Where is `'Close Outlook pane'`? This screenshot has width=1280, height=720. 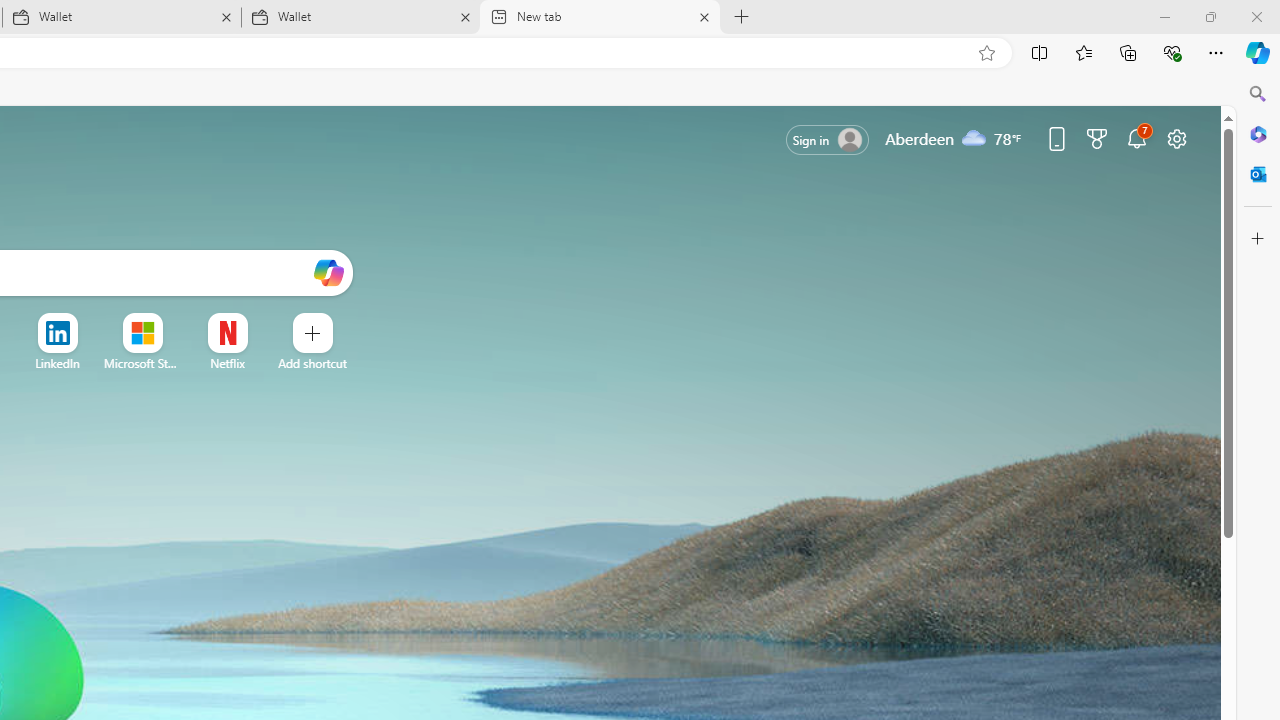
'Close Outlook pane' is located at coordinates (1257, 173).